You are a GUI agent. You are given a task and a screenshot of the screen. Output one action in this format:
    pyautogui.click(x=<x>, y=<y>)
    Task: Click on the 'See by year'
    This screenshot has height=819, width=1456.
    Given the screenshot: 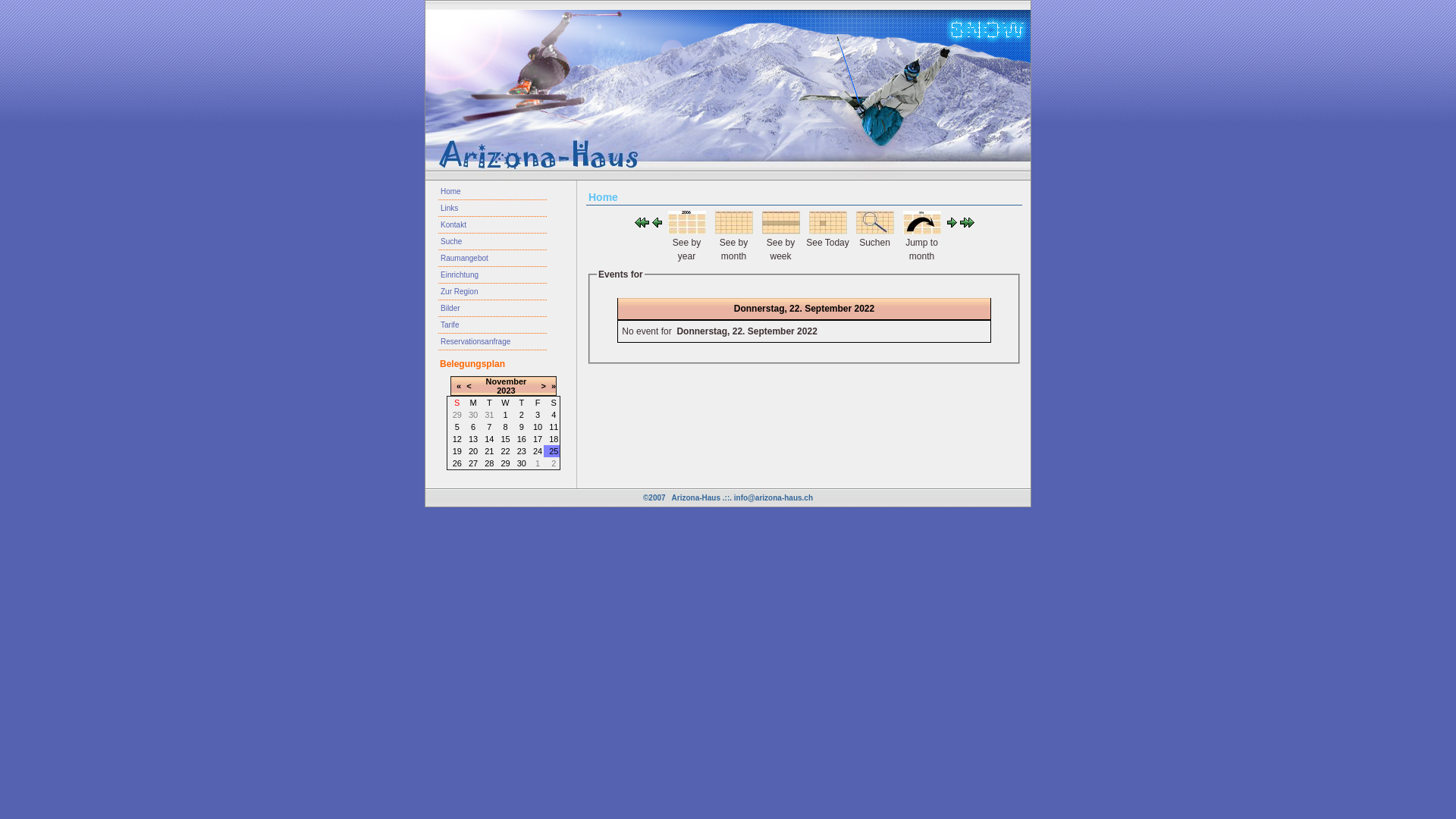 What is the action you would take?
    pyautogui.click(x=686, y=231)
    